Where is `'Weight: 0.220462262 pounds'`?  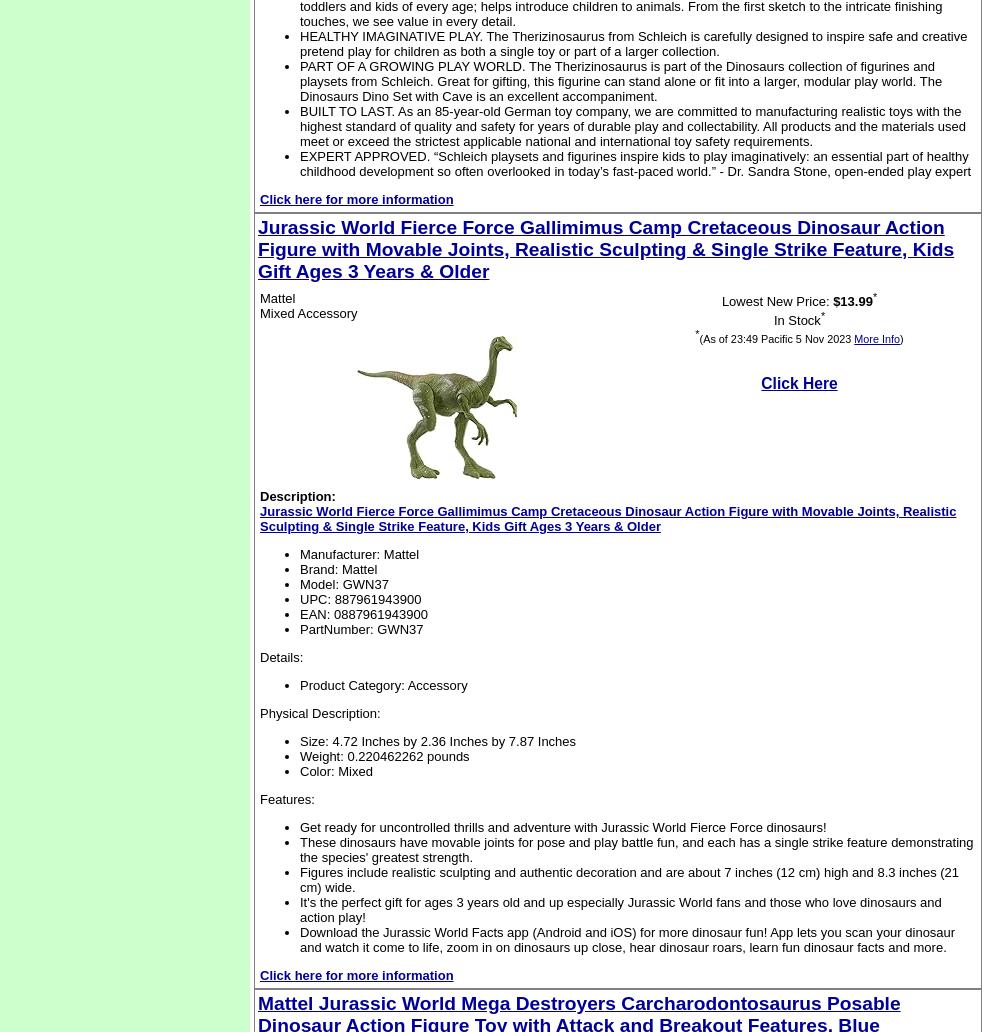
'Weight: 0.220462262 pounds' is located at coordinates (383, 755).